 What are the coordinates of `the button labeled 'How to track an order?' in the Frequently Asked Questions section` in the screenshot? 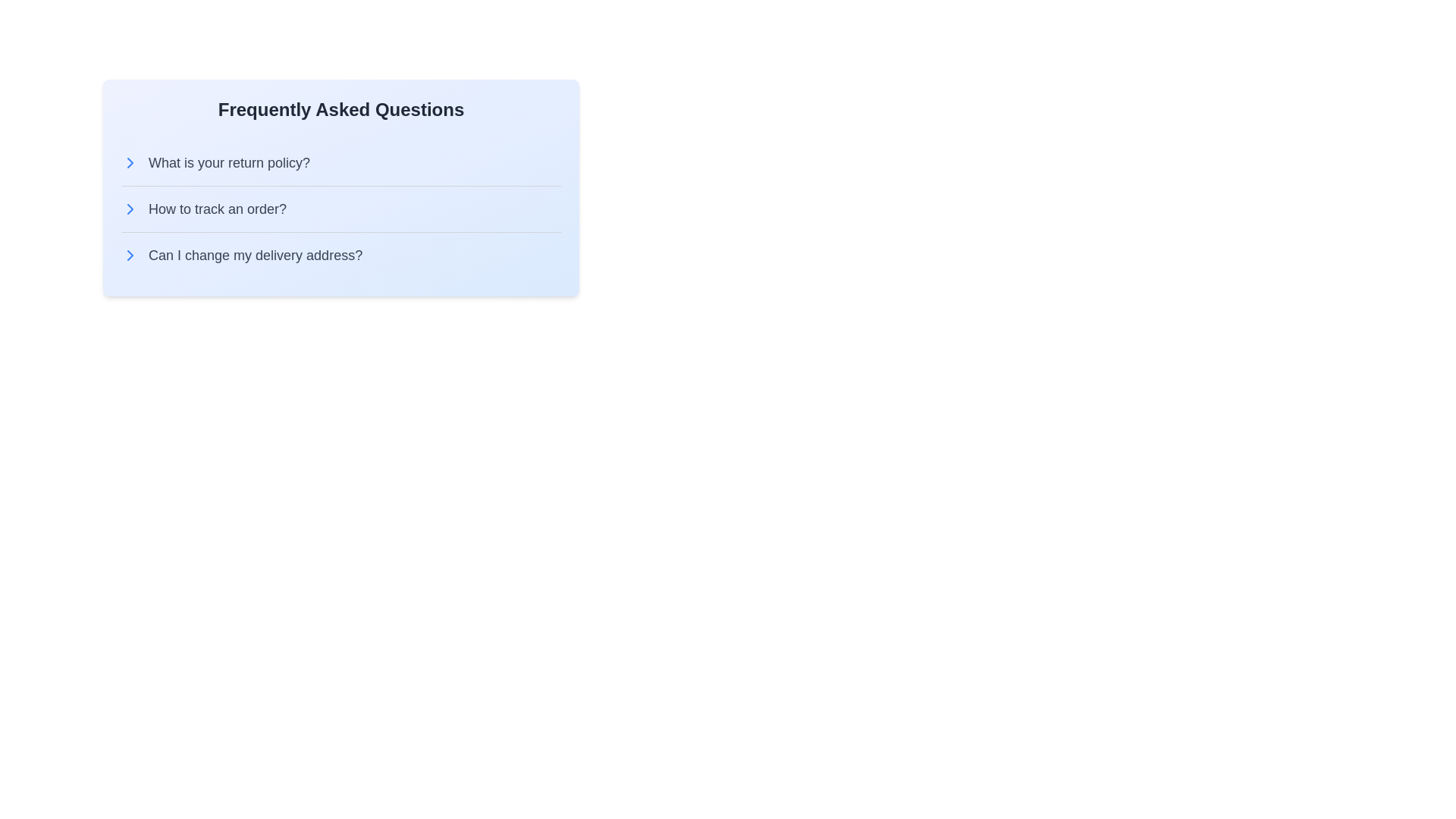 It's located at (340, 209).